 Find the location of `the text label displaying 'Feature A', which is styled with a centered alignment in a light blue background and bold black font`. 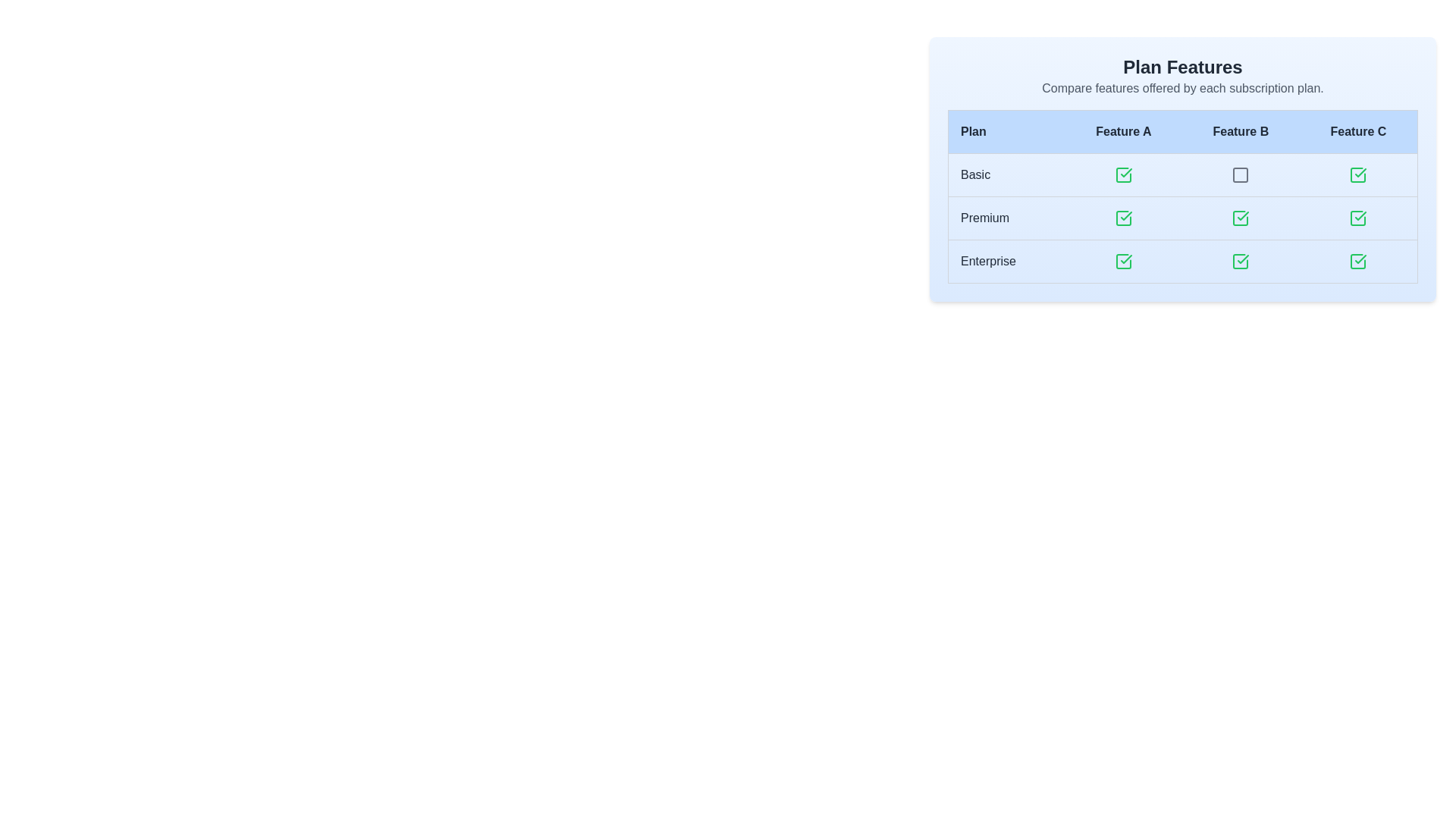

the text label displaying 'Feature A', which is styled with a centered alignment in a light blue background and bold black font is located at coordinates (1123, 130).